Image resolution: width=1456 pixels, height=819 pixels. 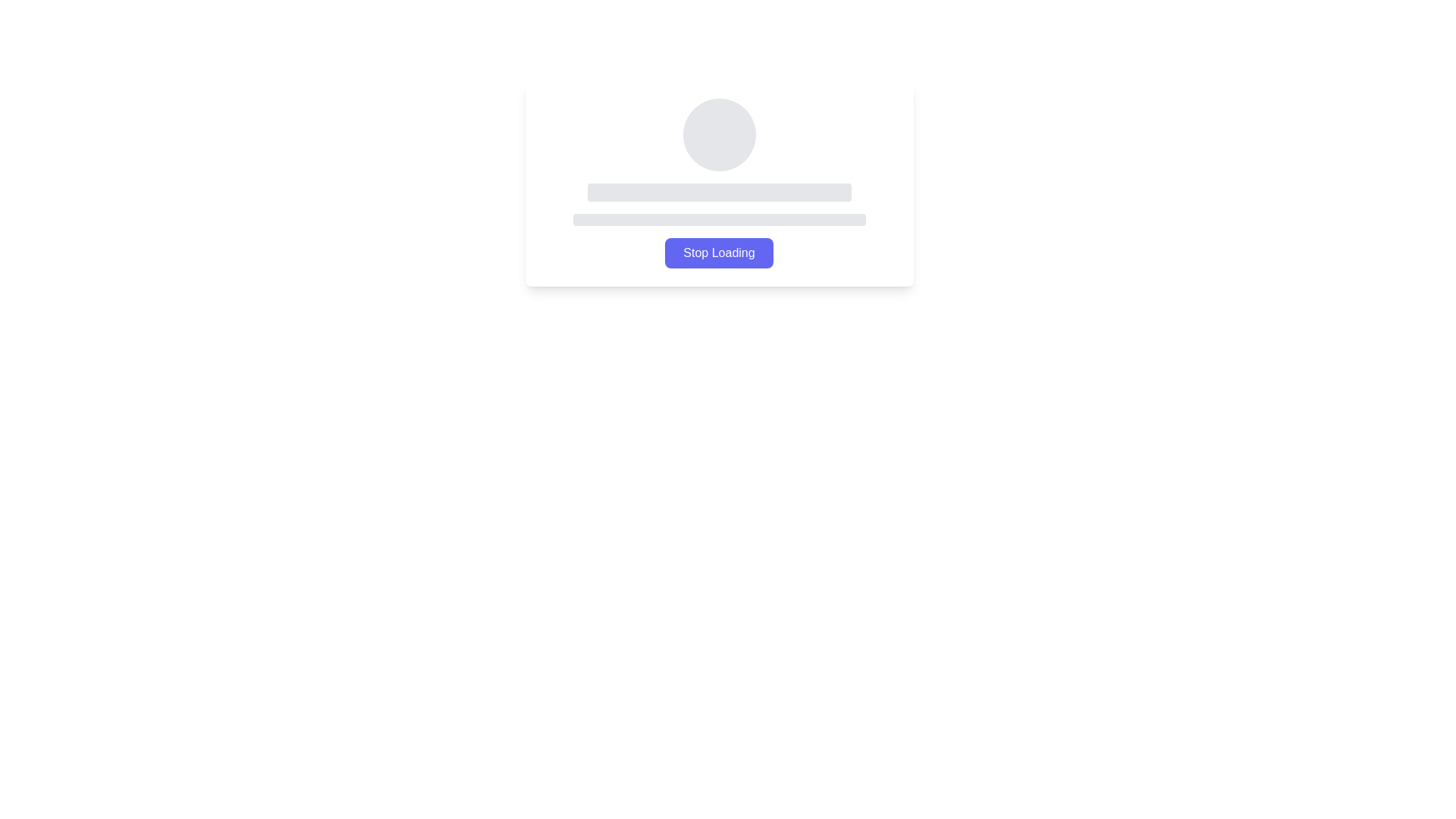 What do you see at coordinates (718, 253) in the screenshot?
I see `the 'Stop Loading' button, which is a purple button with white text, to observe the visual transition effect` at bounding box center [718, 253].